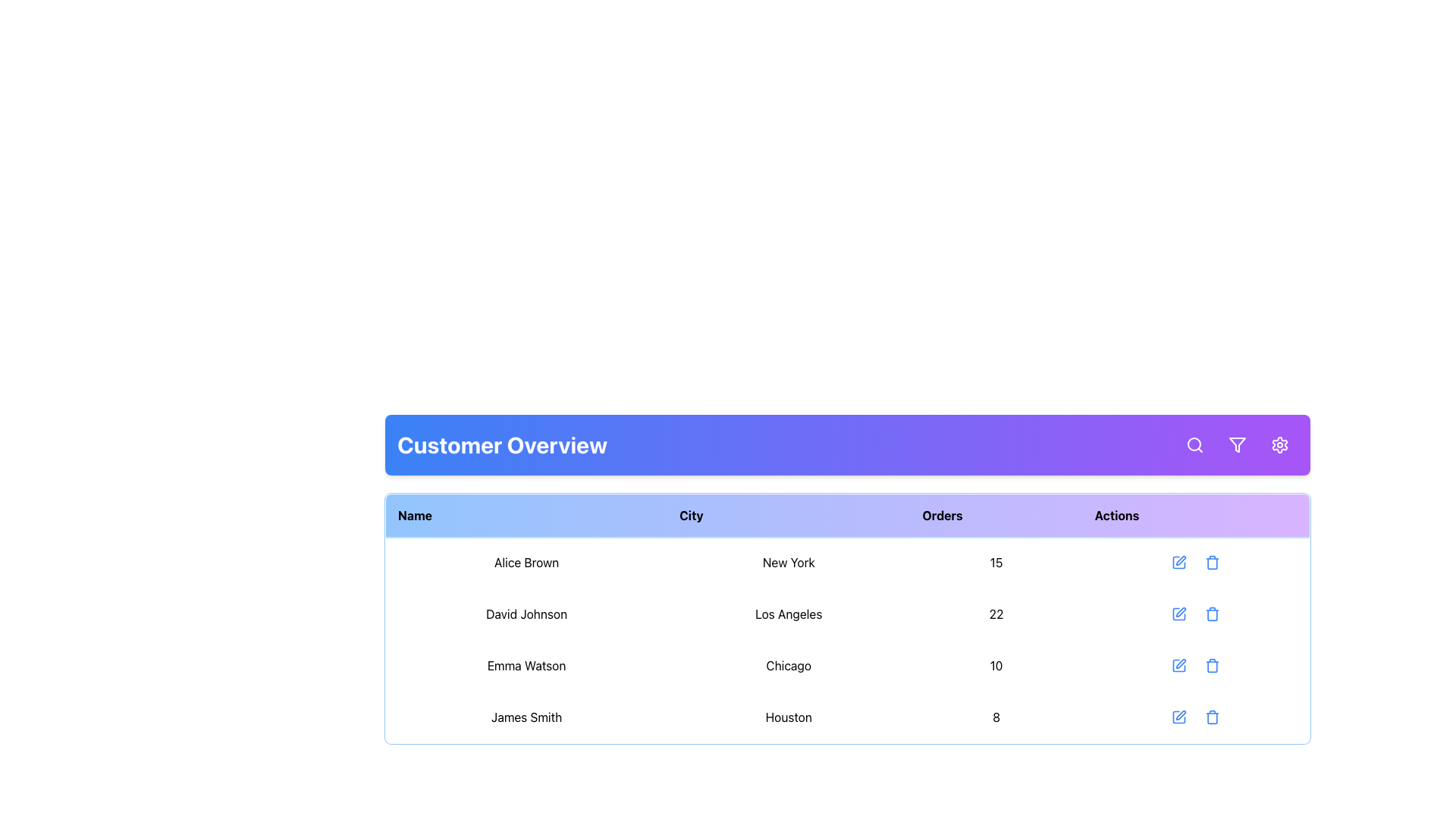 Image resolution: width=1456 pixels, height=819 pixels. What do you see at coordinates (789, 614) in the screenshot?
I see `the text element that specifies the city of David Johnson located in the third column of the second row in the tabular representation` at bounding box center [789, 614].